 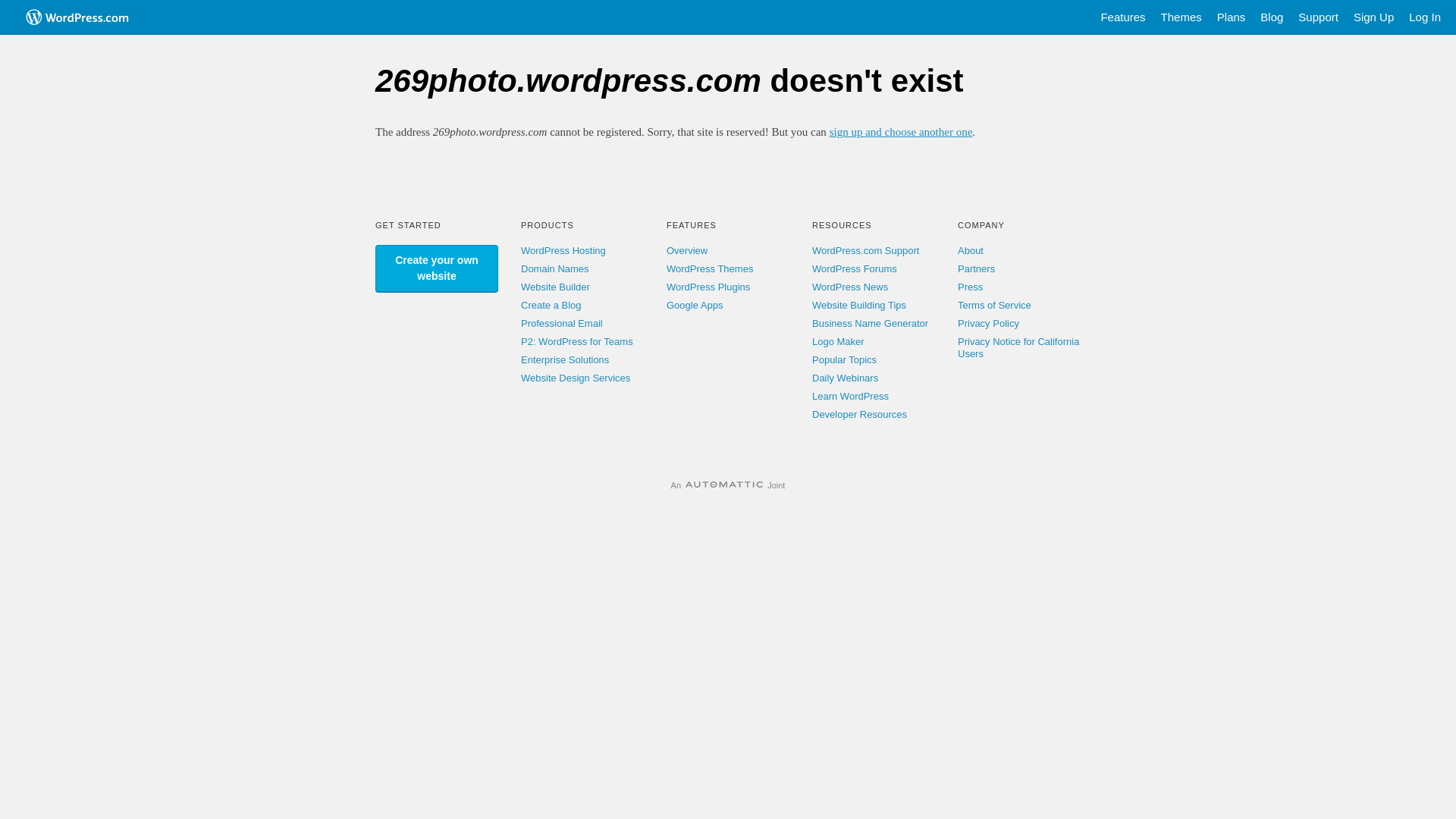 What do you see at coordinates (723, 485) in the screenshot?
I see `'Automattic'` at bounding box center [723, 485].